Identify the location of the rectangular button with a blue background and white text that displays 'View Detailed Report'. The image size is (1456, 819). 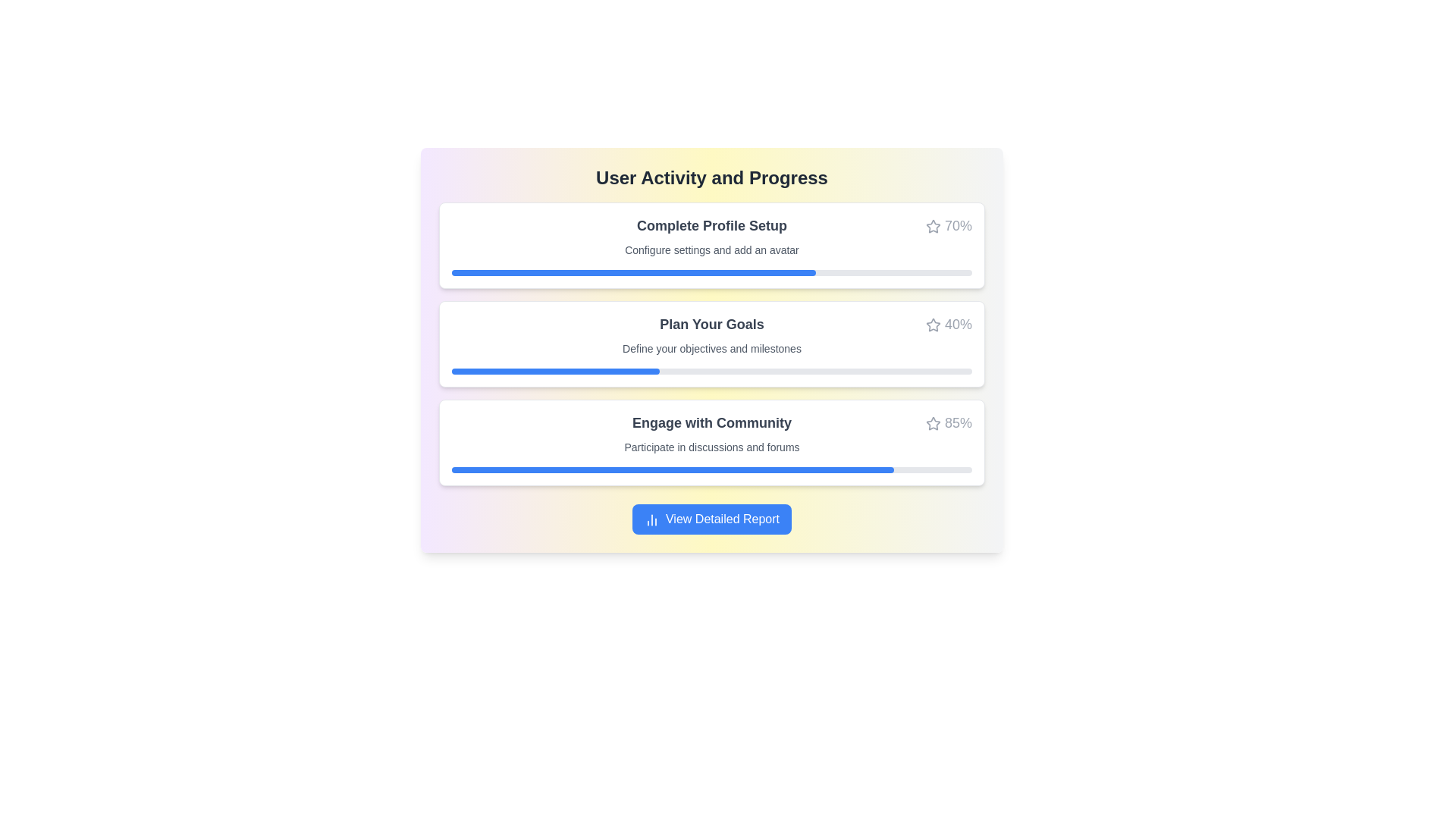
(711, 519).